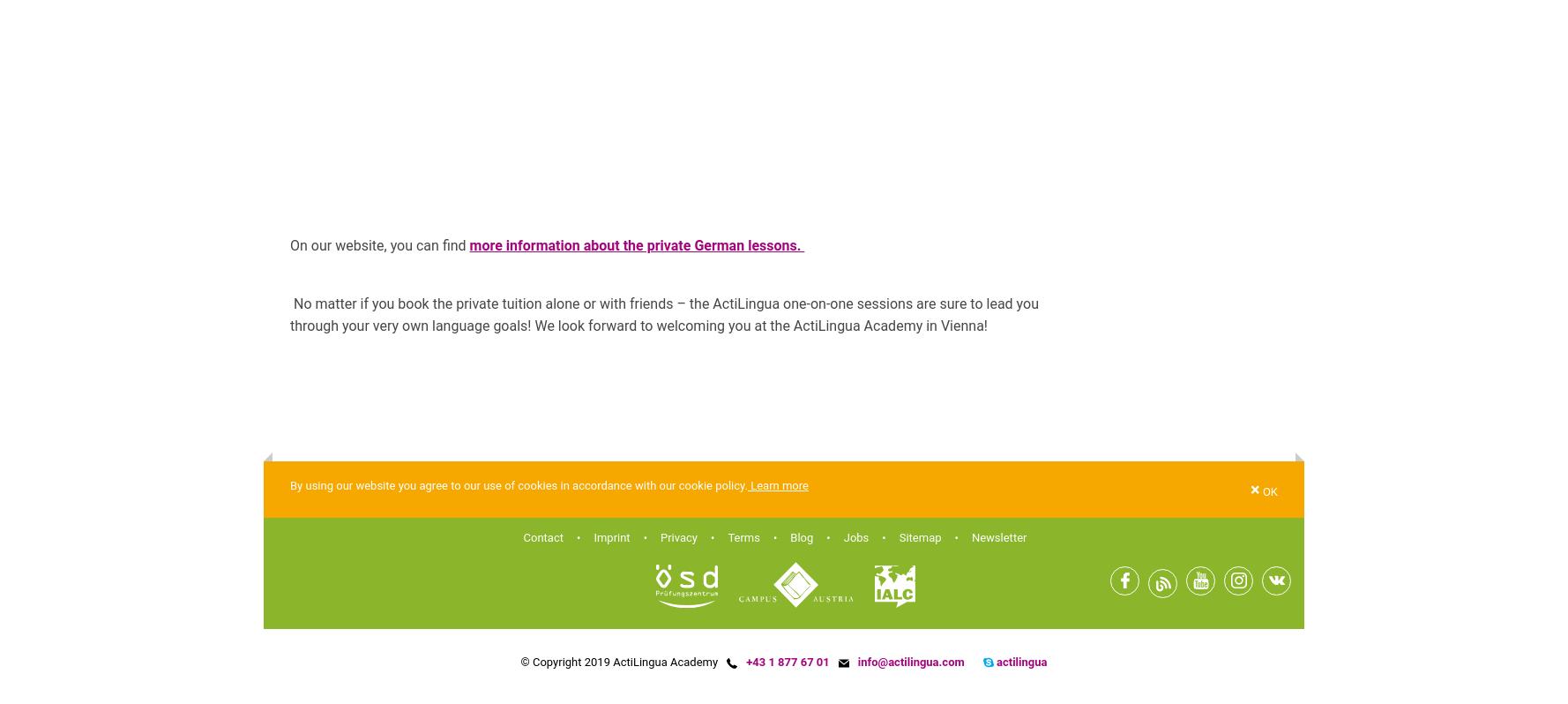  I want to click on 'info@actilingua.com', so click(910, 660).